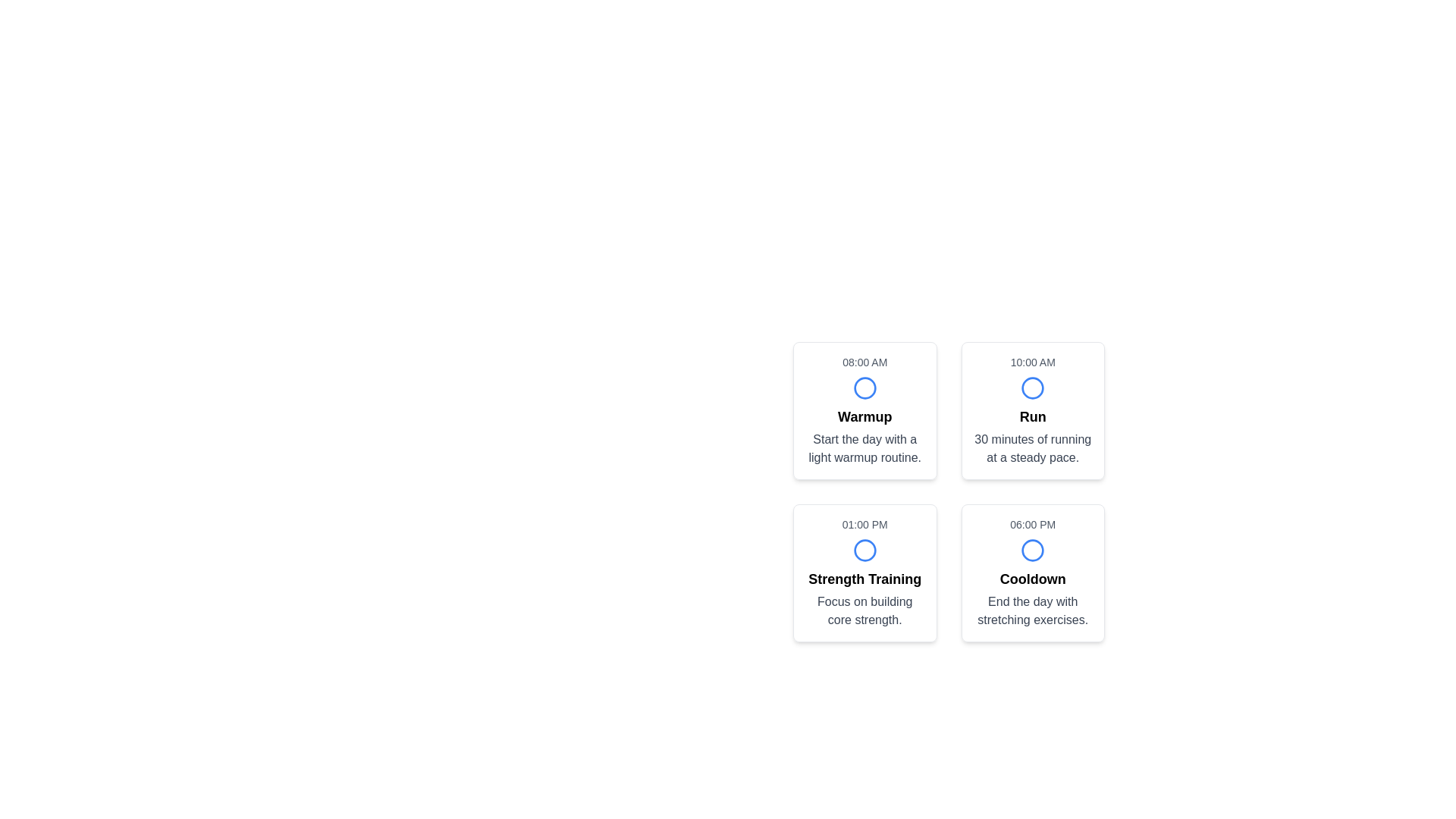 The height and width of the screenshot is (819, 1456). Describe the element at coordinates (864, 417) in the screenshot. I see `the 'Warmup' text label element, which is bold and large, positioned in the top-left card of a 2x2 grid layout, slightly above center vertically` at that location.